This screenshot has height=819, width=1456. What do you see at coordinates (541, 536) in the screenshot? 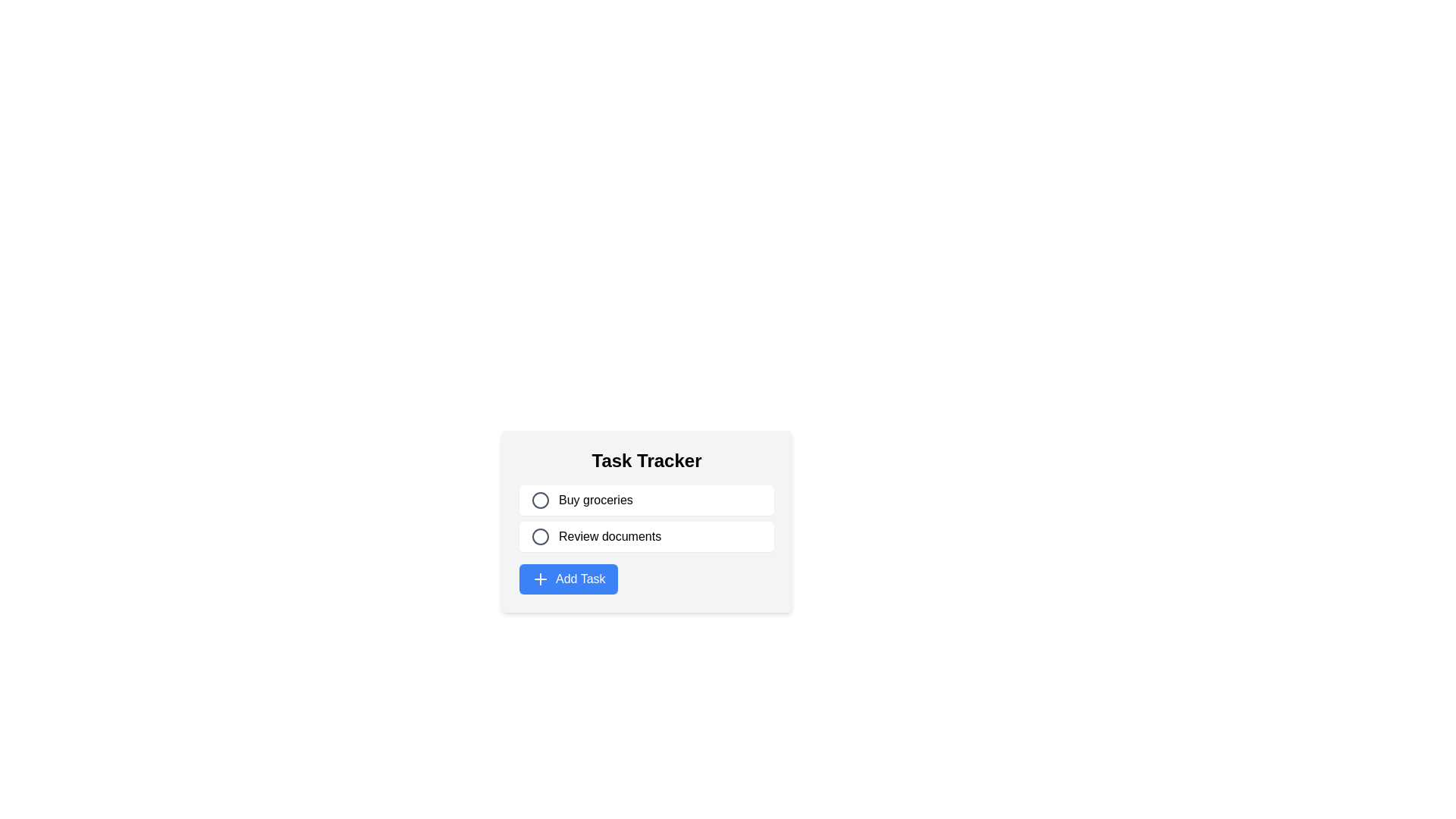
I see `the inner circle of the SVG icon located to the left of the text 'Review documents' in the task list interface` at bounding box center [541, 536].